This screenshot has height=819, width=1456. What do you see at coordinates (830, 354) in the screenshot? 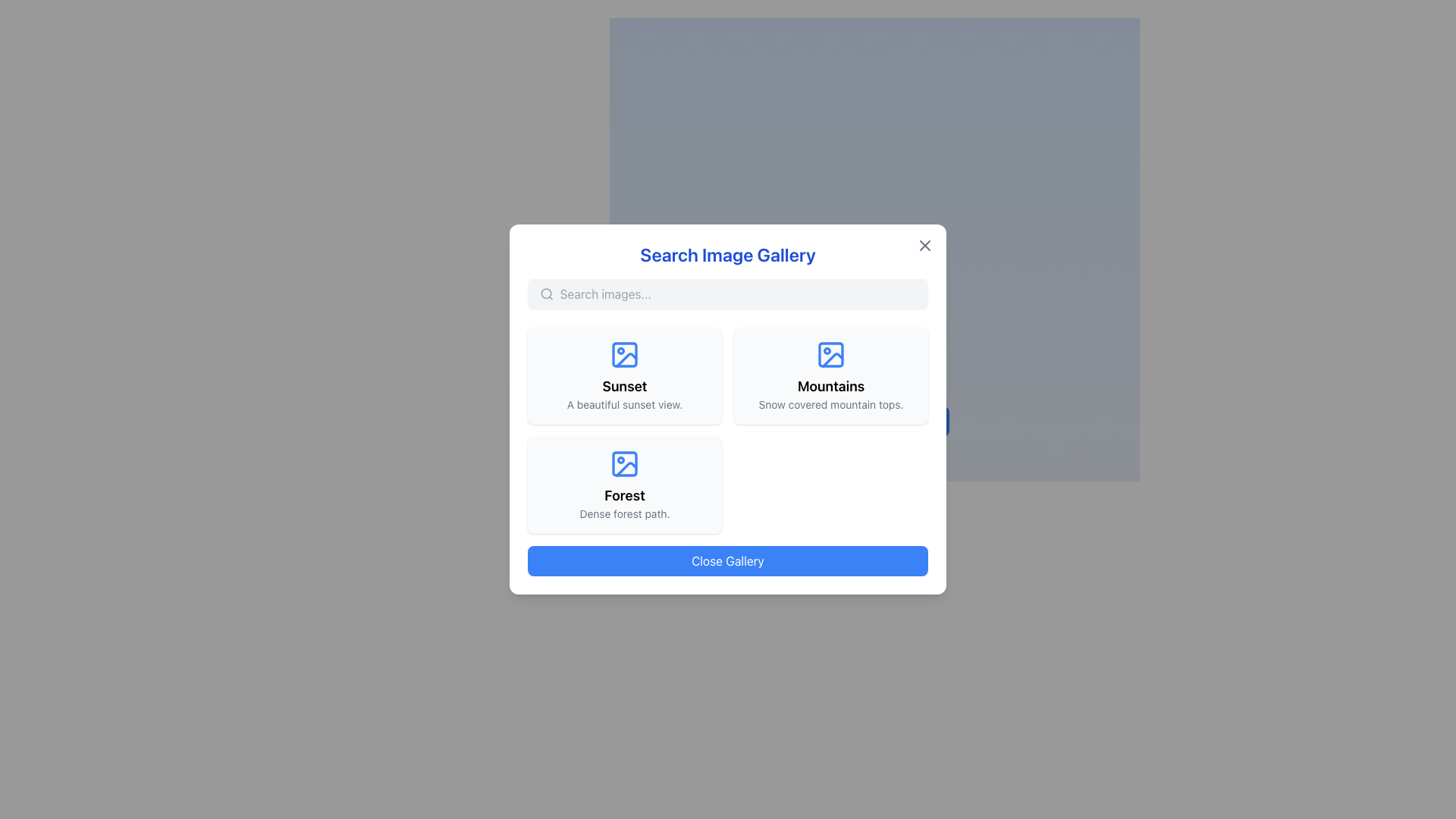
I see `the graphical icon representing an image with a blue outline located at the top-center of the 'Mountains' card in the 'Search Image Gallery' modal` at bounding box center [830, 354].